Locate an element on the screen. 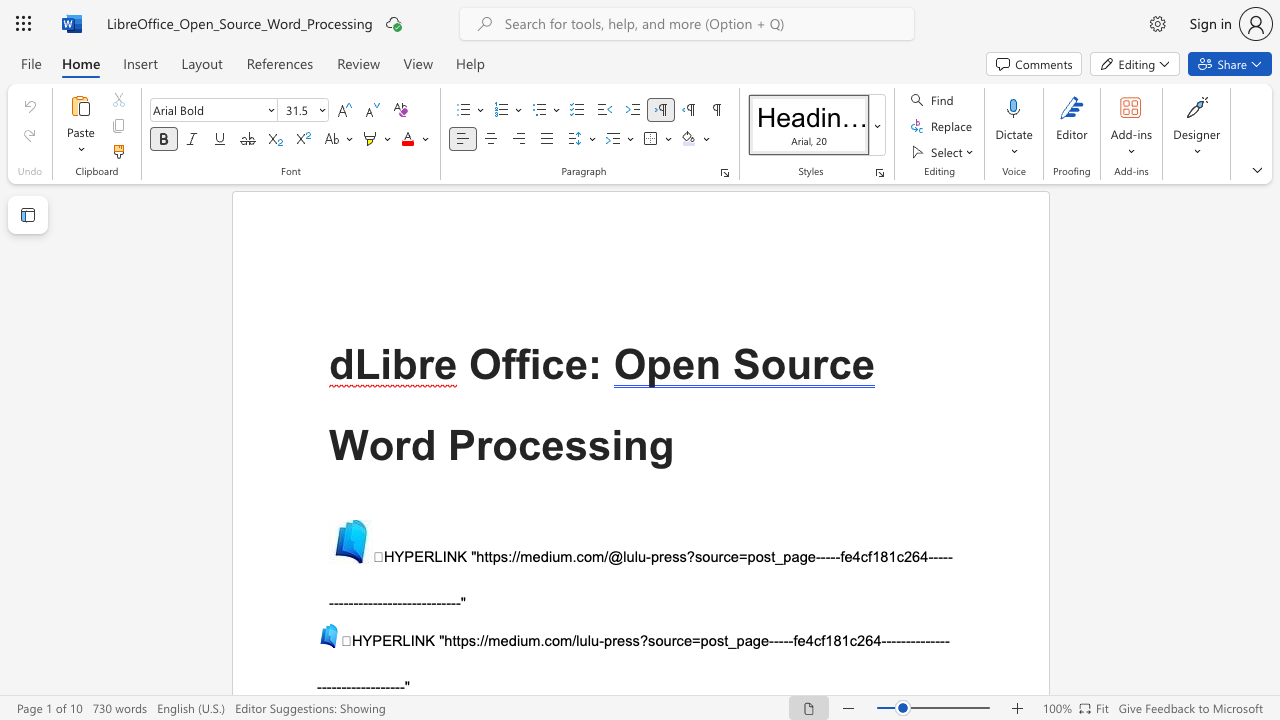 This screenshot has width=1280, height=720. the space between the continuous character "-" and "p" in the text is located at coordinates (603, 640).